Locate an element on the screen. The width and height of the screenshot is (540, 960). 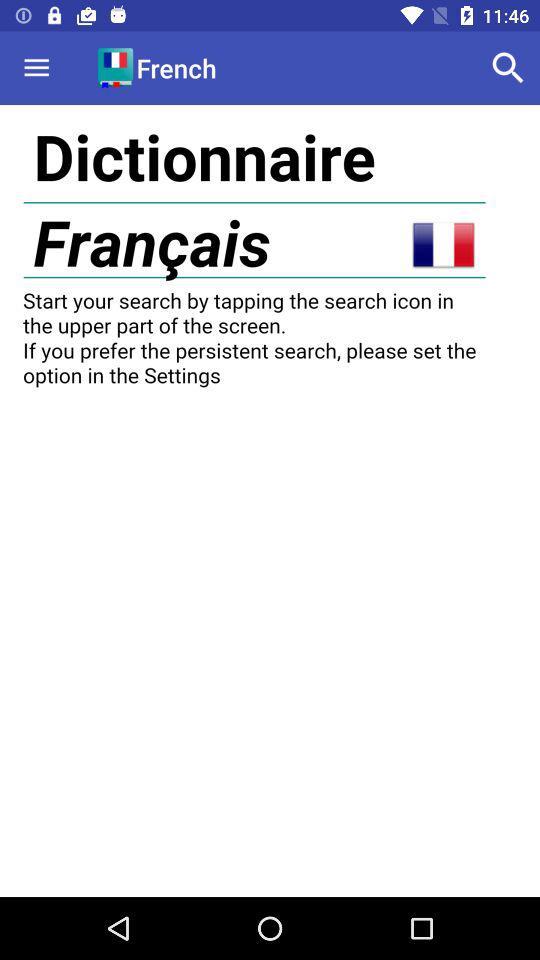
display screen is located at coordinates (270, 500).